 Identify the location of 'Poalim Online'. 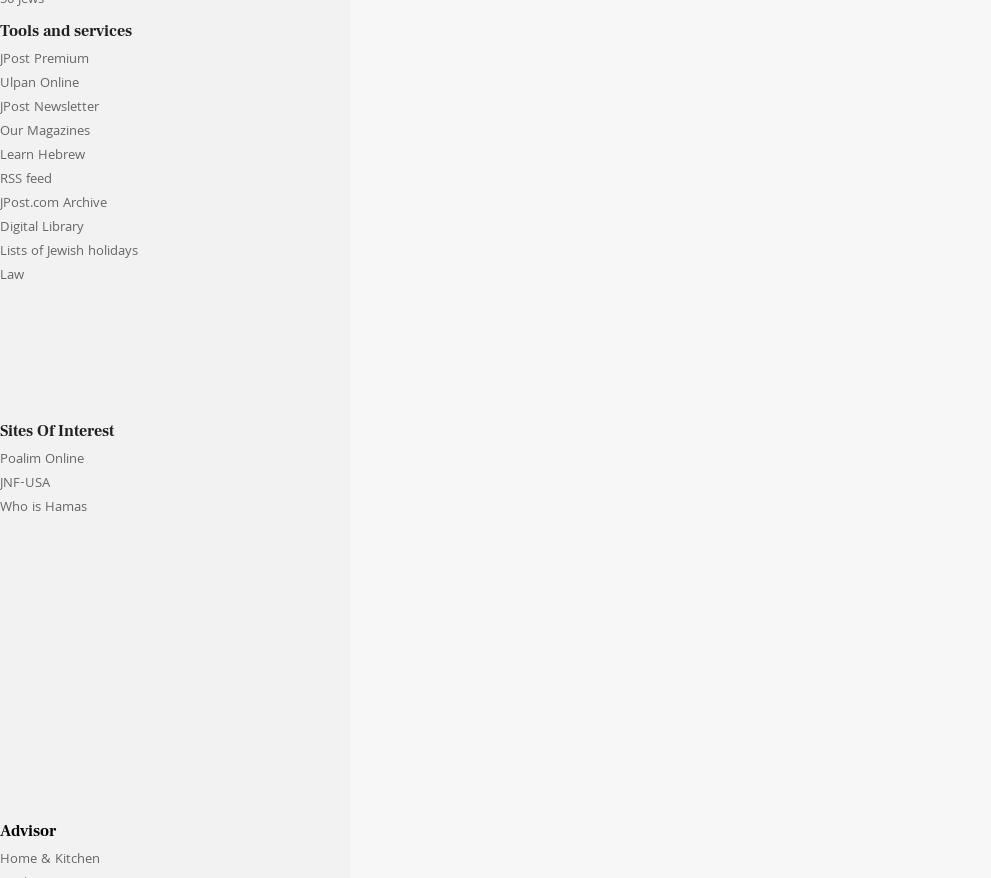
(41, 458).